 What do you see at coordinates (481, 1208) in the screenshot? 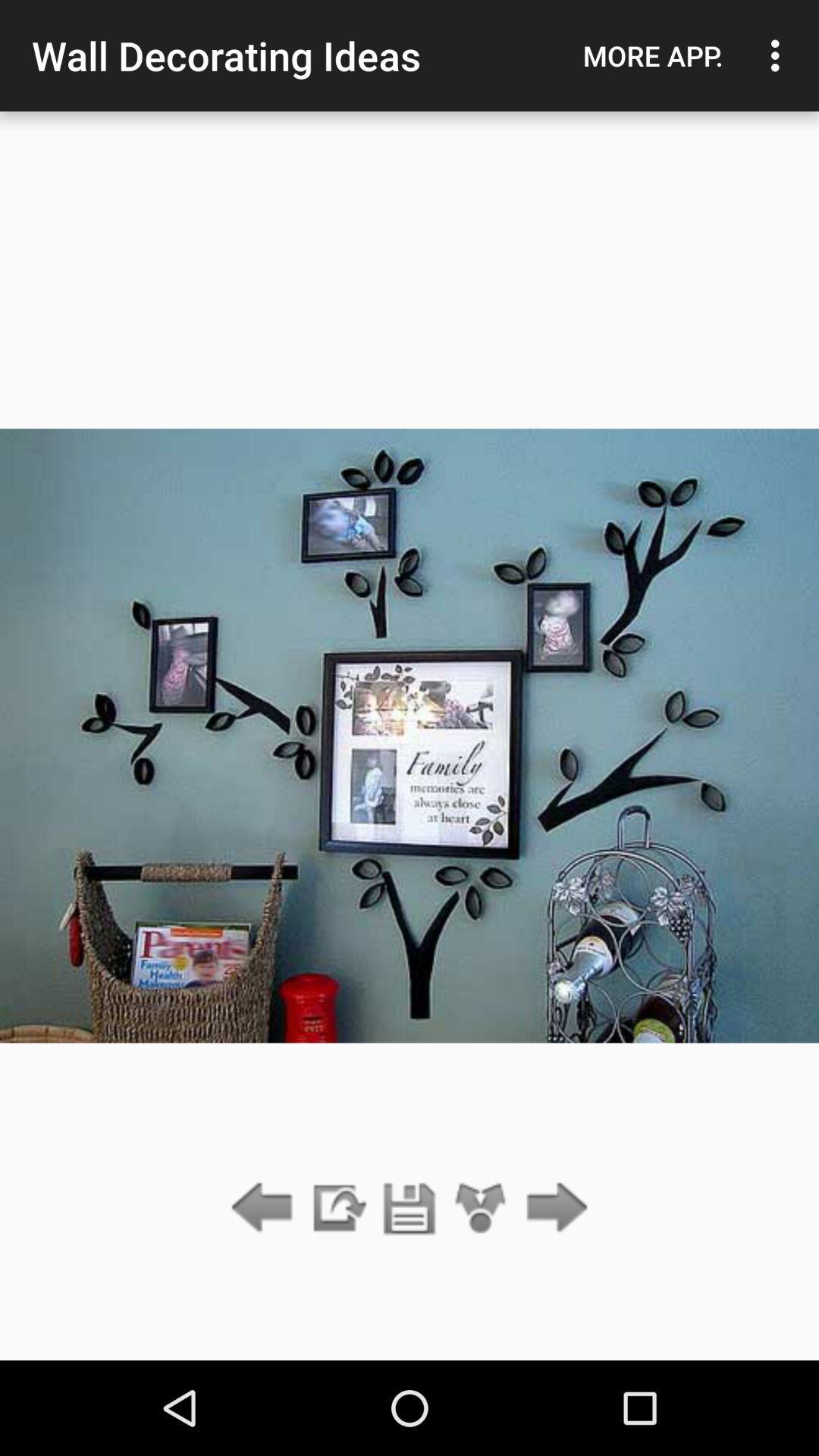
I see `the share icon` at bounding box center [481, 1208].